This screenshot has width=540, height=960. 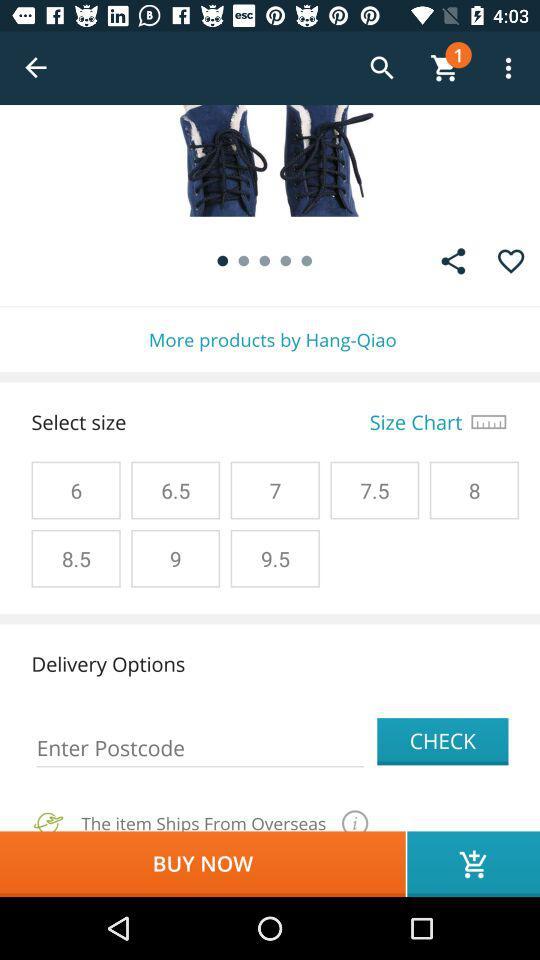 I want to click on the more option  beside cart button, so click(x=508, y=68).